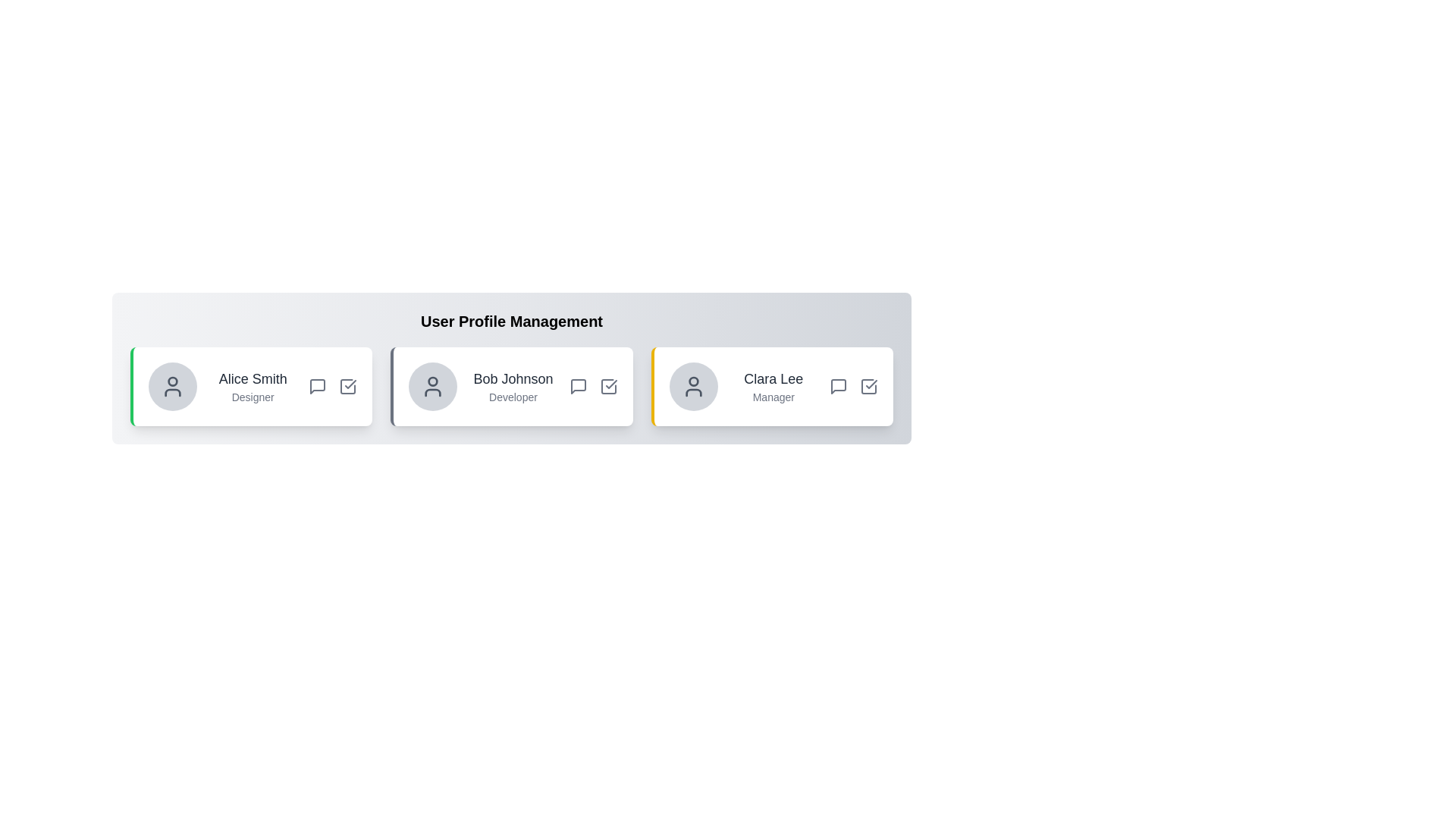 The image size is (1456, 819). I want to click on text label displaying 'Alice Smith' and 'Designer' within the first user profile card, so click(253, 385).